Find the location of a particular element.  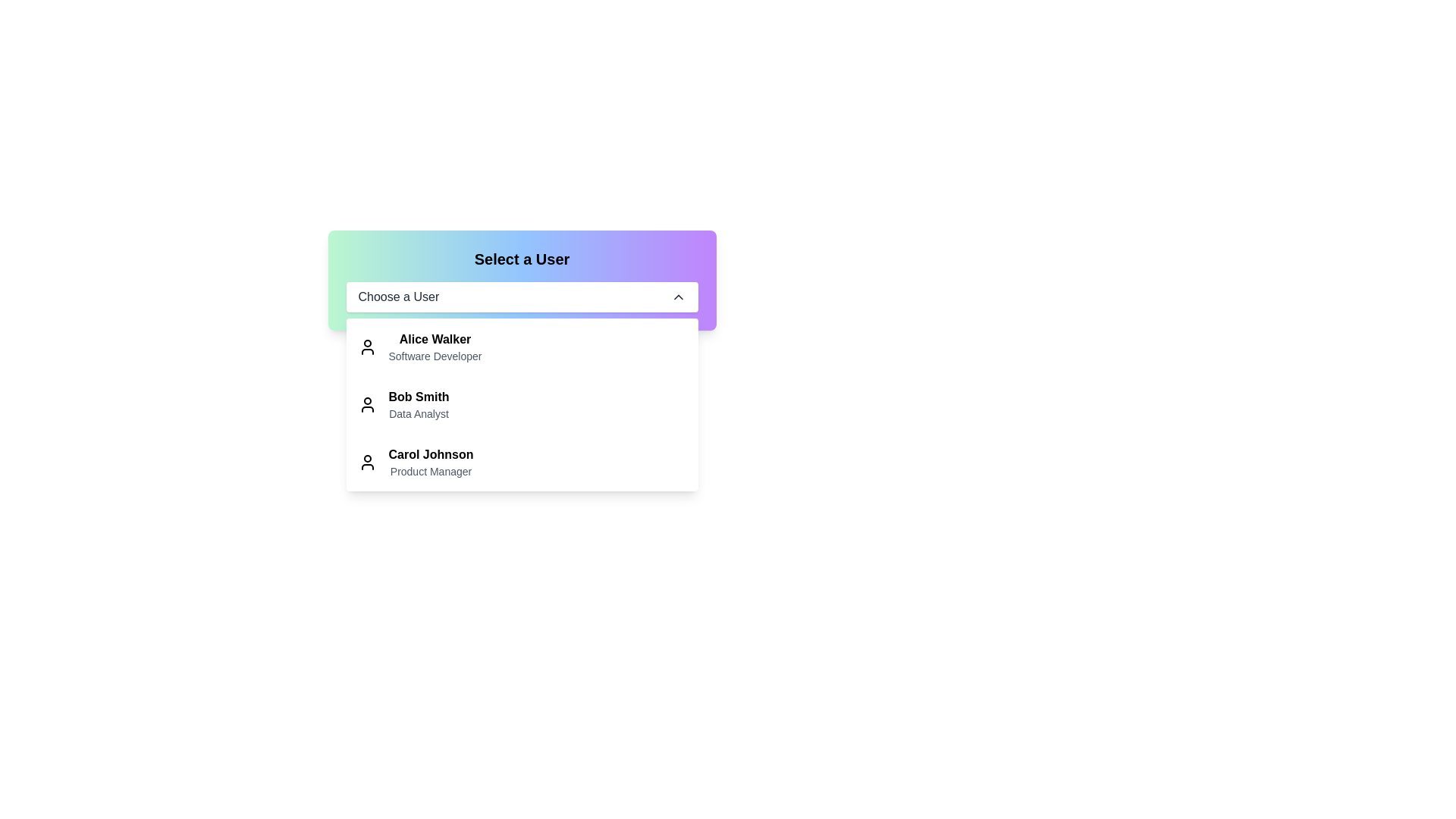

the list item for user 'Bob Smith' identified as 'Data Analyst' in the dropdown list under 'Choose a User' is located at coordinates (522, 403).